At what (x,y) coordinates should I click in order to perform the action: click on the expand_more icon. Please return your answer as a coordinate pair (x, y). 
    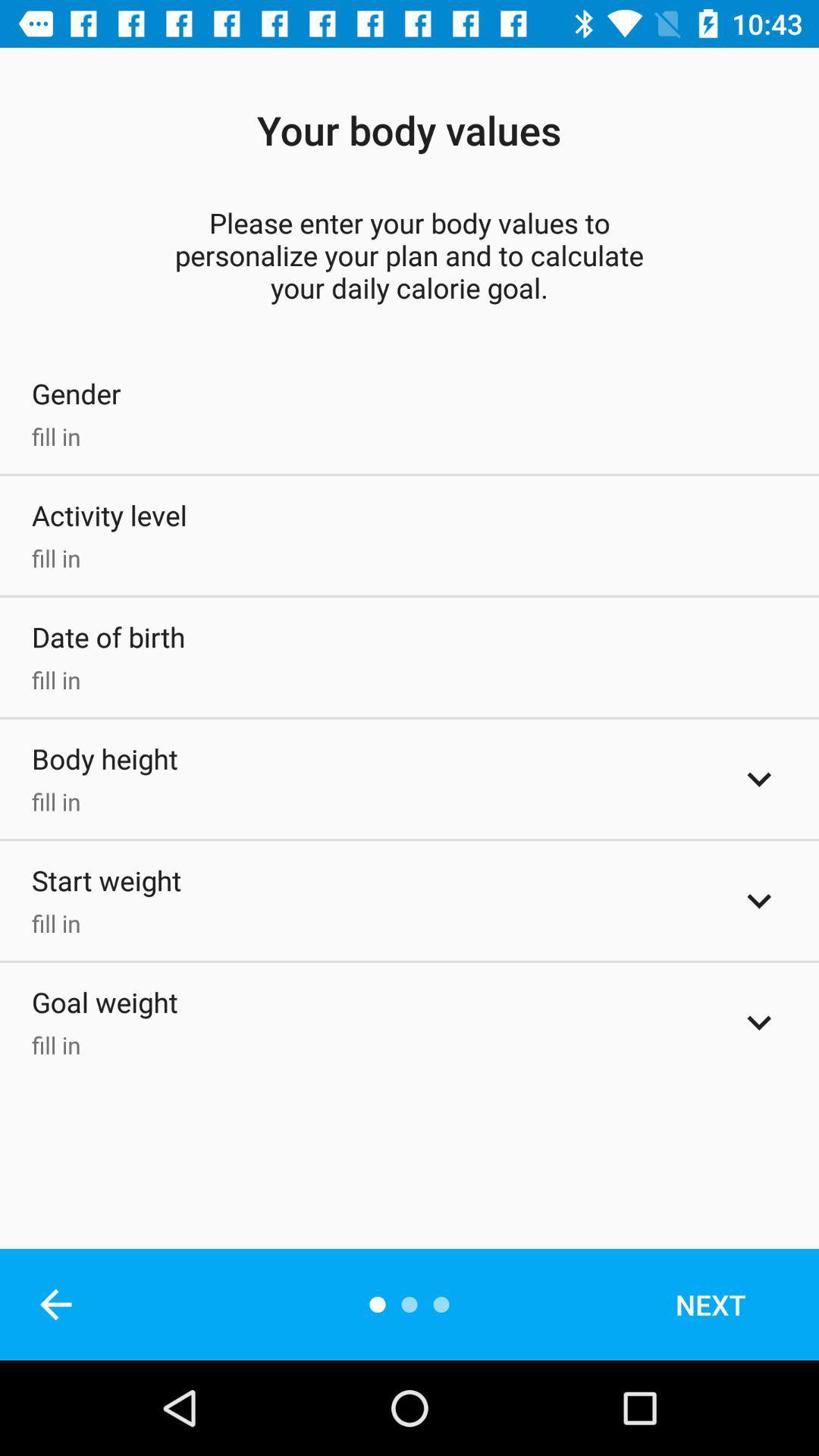
    Looking at the image, I should click on (759, 1022).